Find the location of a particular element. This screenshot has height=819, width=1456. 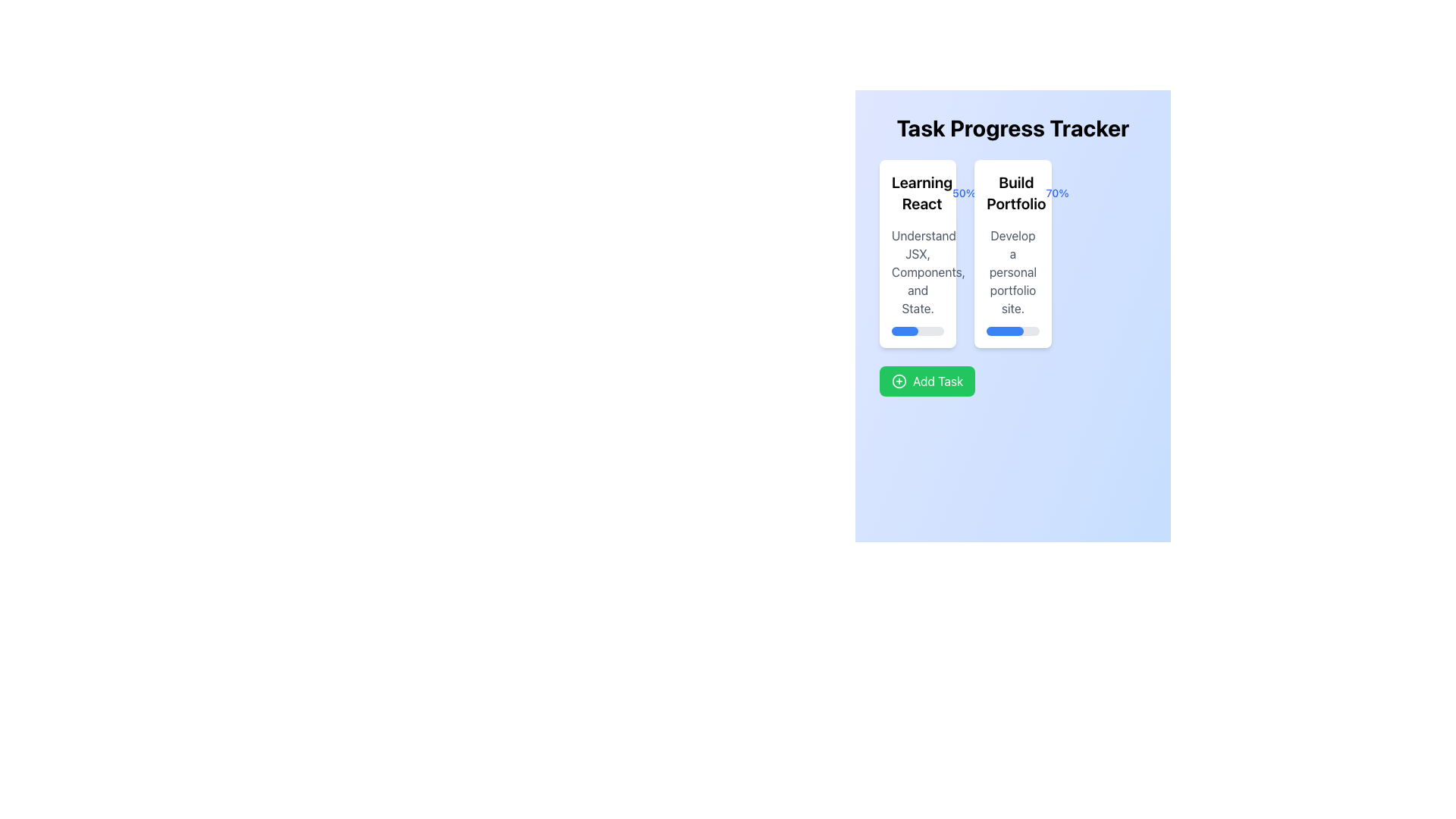

the progress indicated by the blue progress bar located at the bottom of the 'Build Portfolio' task card, which shows 70% completion is located at coordinates (1005, 330).